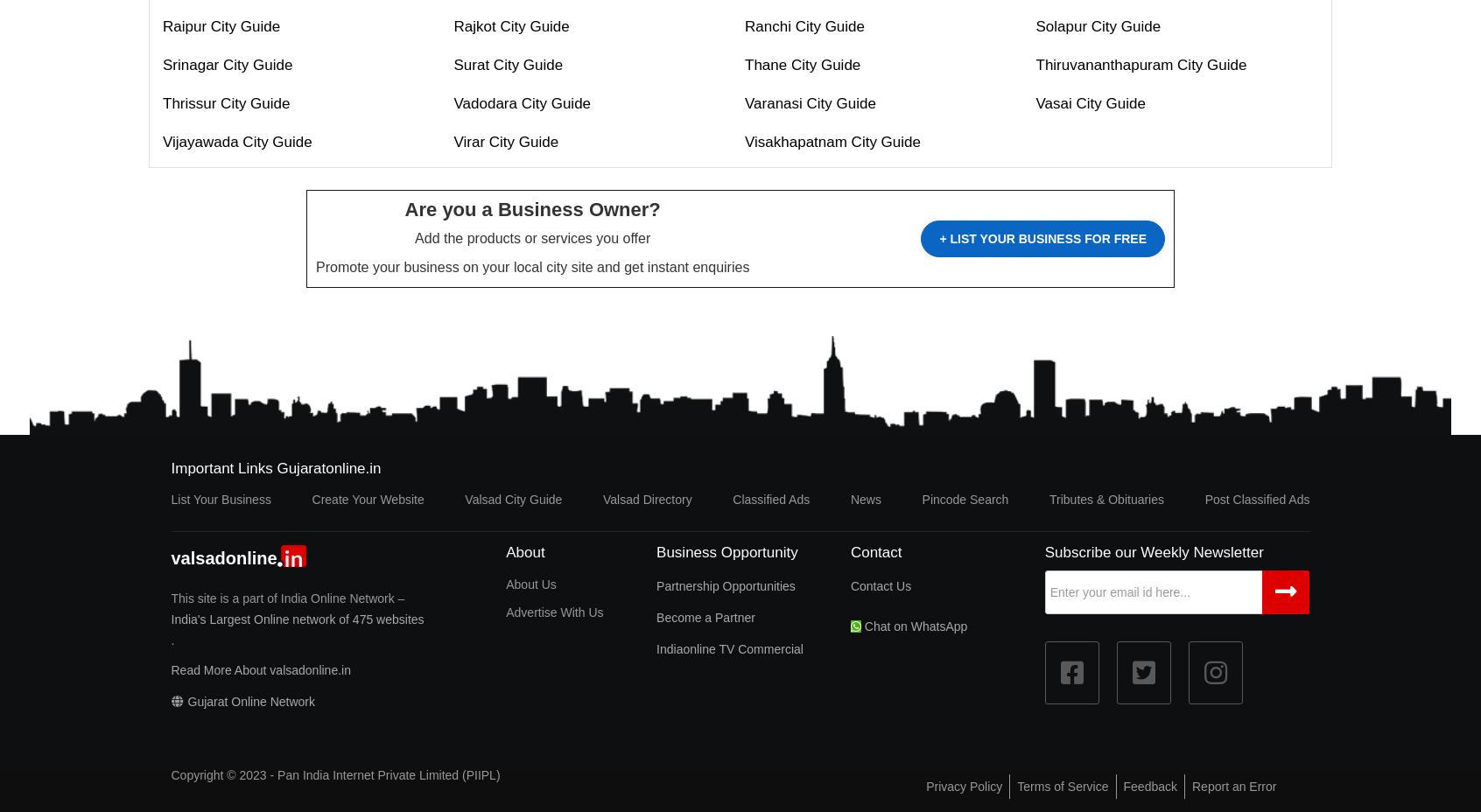  What do you see at coordinates (169, 498) in the screenshot?
I see `'List Your Business'` at bounding box center [169, 498].